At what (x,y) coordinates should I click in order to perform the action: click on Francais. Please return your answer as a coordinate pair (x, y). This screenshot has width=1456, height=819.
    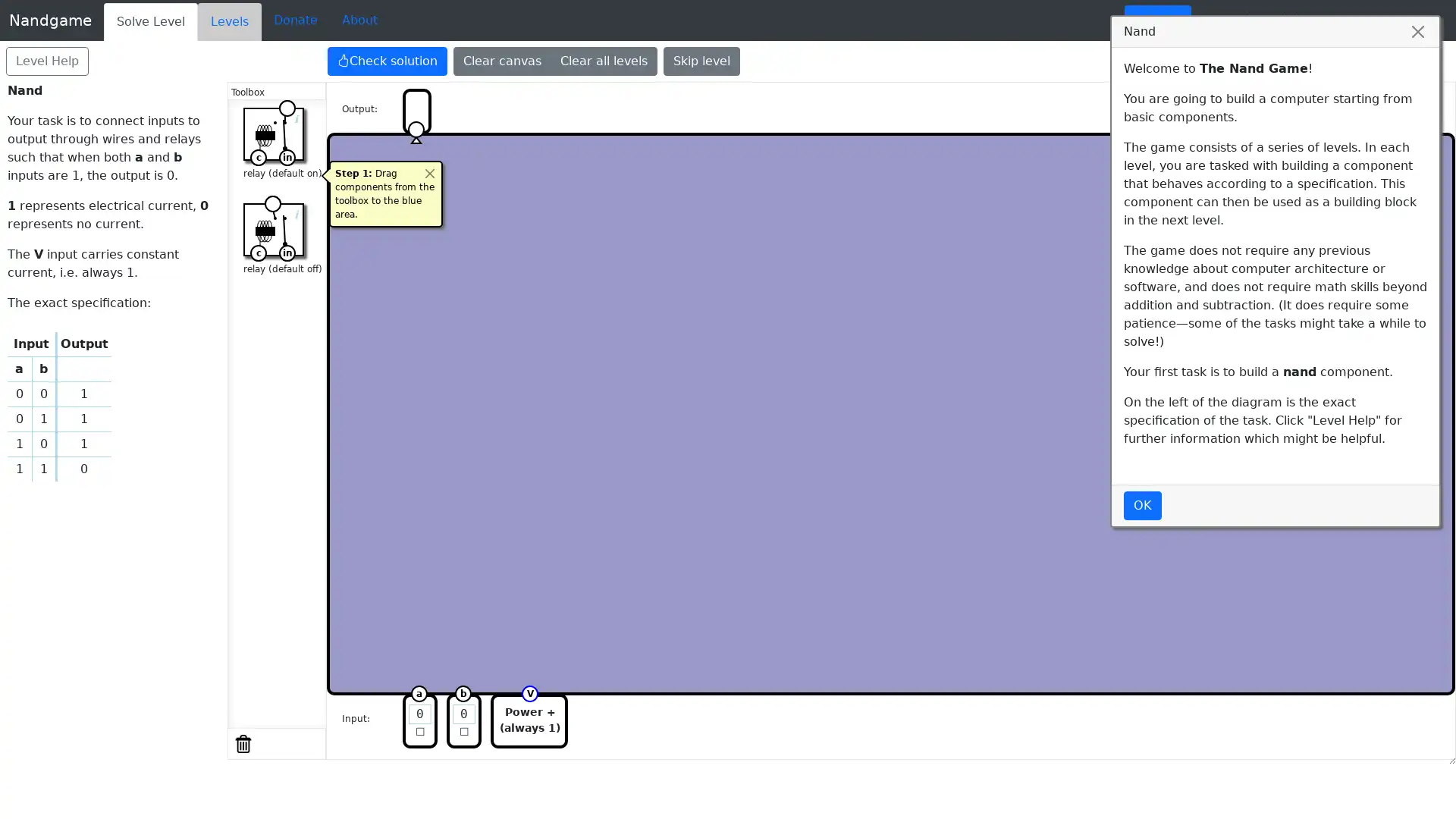
    Looking at the image, I should click on (1351, 20).